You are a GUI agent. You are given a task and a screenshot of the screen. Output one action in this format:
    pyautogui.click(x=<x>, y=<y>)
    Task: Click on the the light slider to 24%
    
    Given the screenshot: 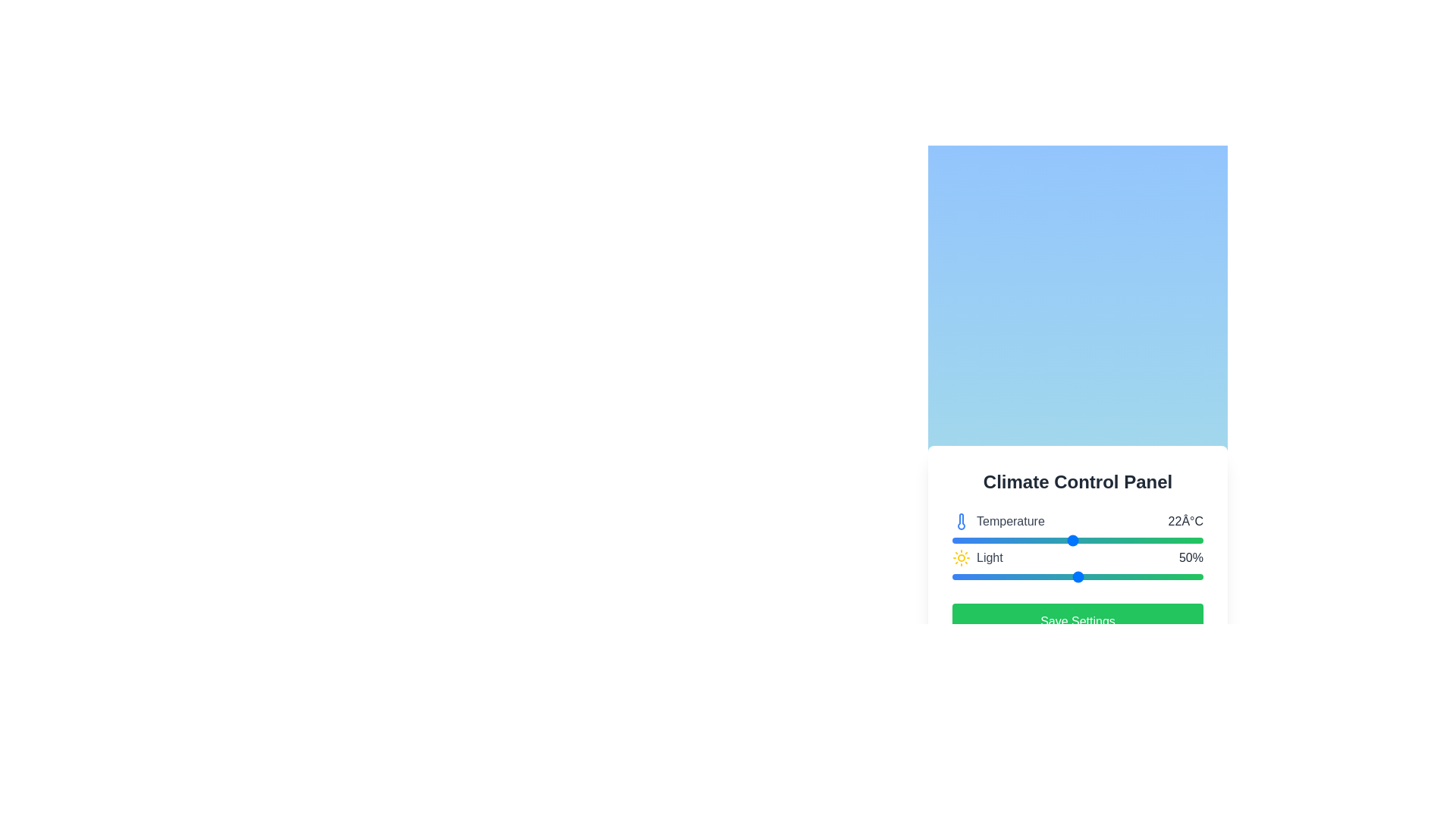 What is the action you would take?
    pyautogui.click(x=1012, y=576)
    